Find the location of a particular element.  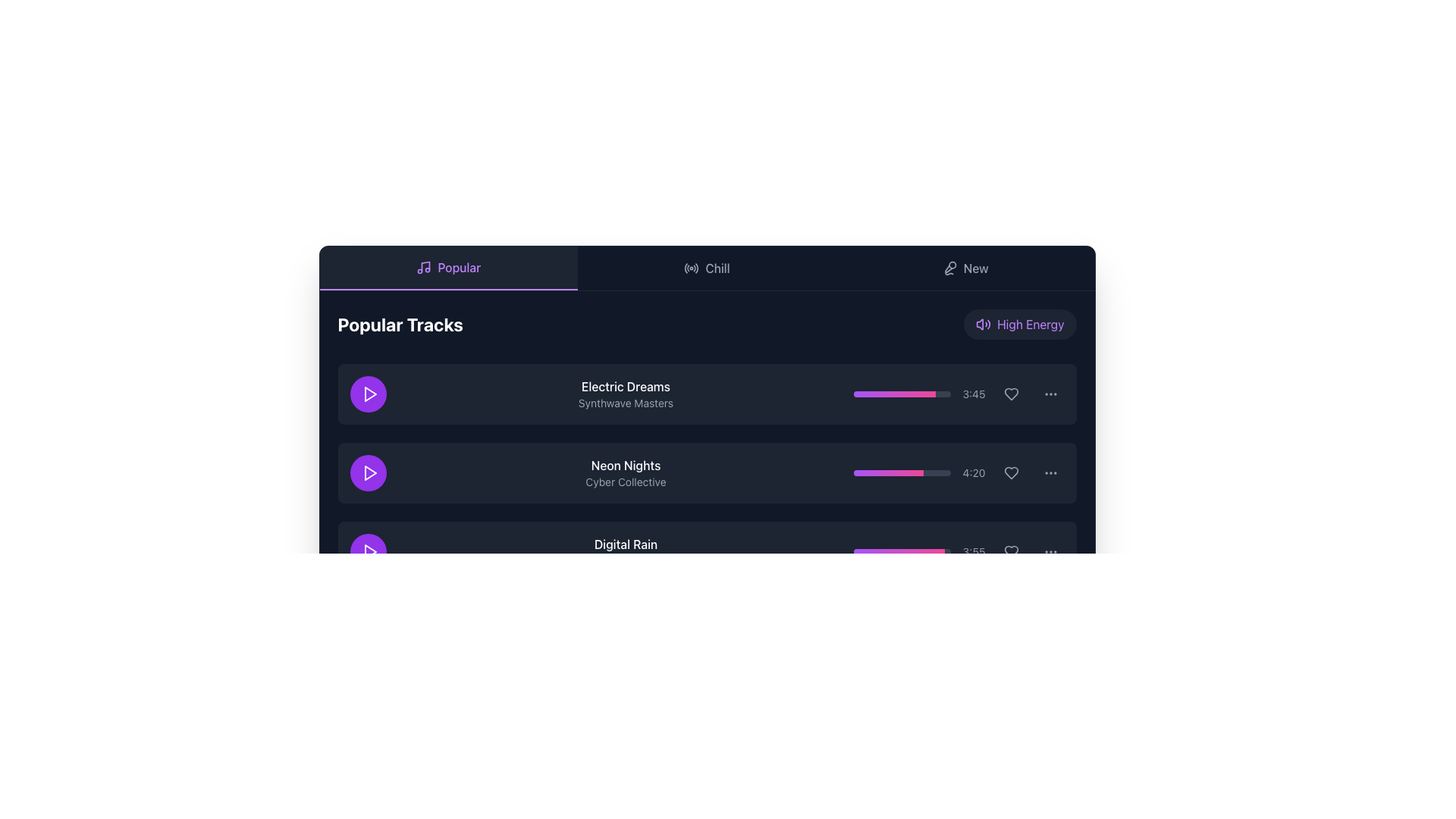

the 'Chill' tab icon located centrally within the 'Chill' button text in the navigation bar at the top of the interface is located at coordinates (691, 268).